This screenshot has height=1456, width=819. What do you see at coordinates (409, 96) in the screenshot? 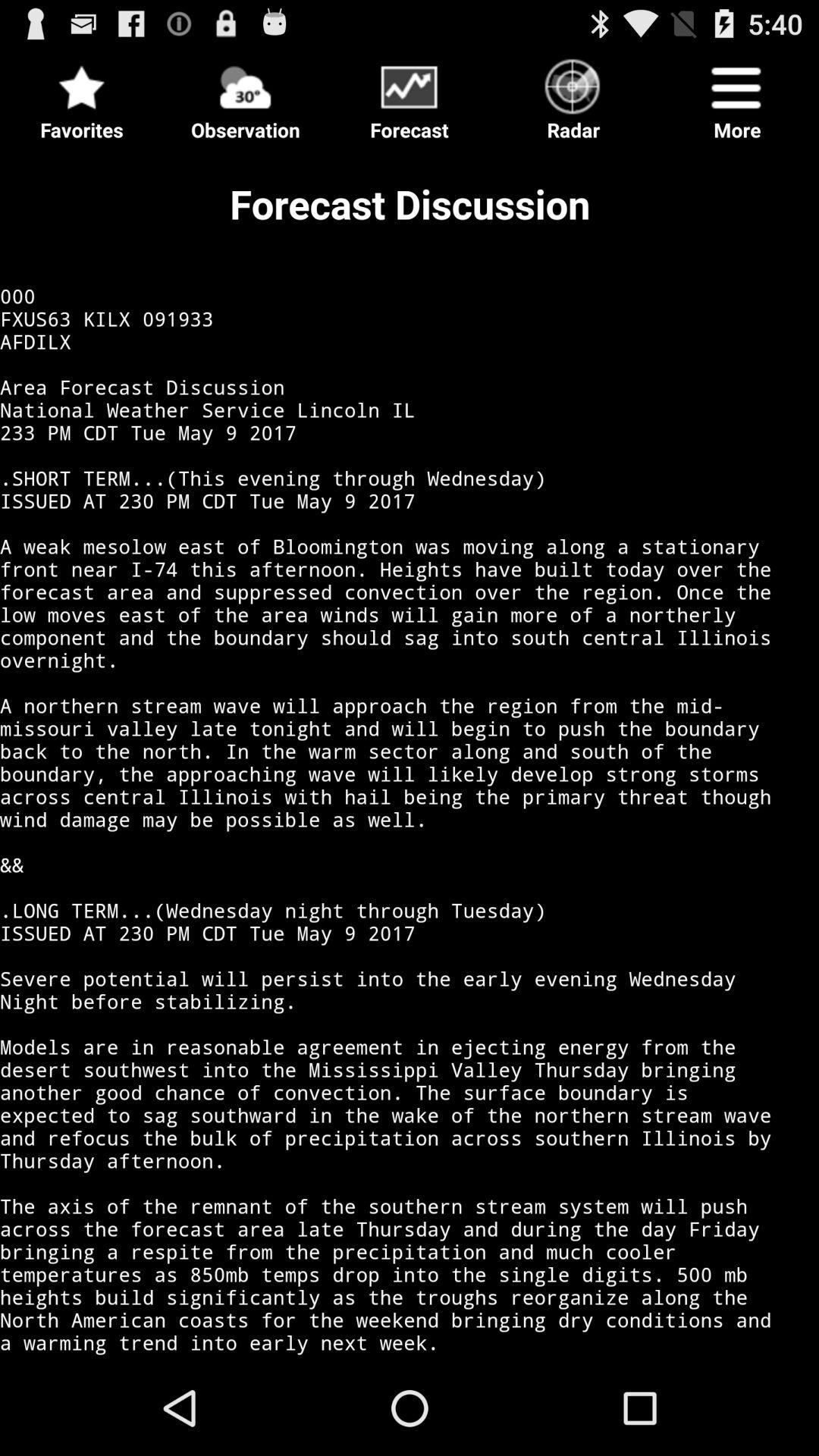
I see `forecast discussion` at bounding box center [409, 96].